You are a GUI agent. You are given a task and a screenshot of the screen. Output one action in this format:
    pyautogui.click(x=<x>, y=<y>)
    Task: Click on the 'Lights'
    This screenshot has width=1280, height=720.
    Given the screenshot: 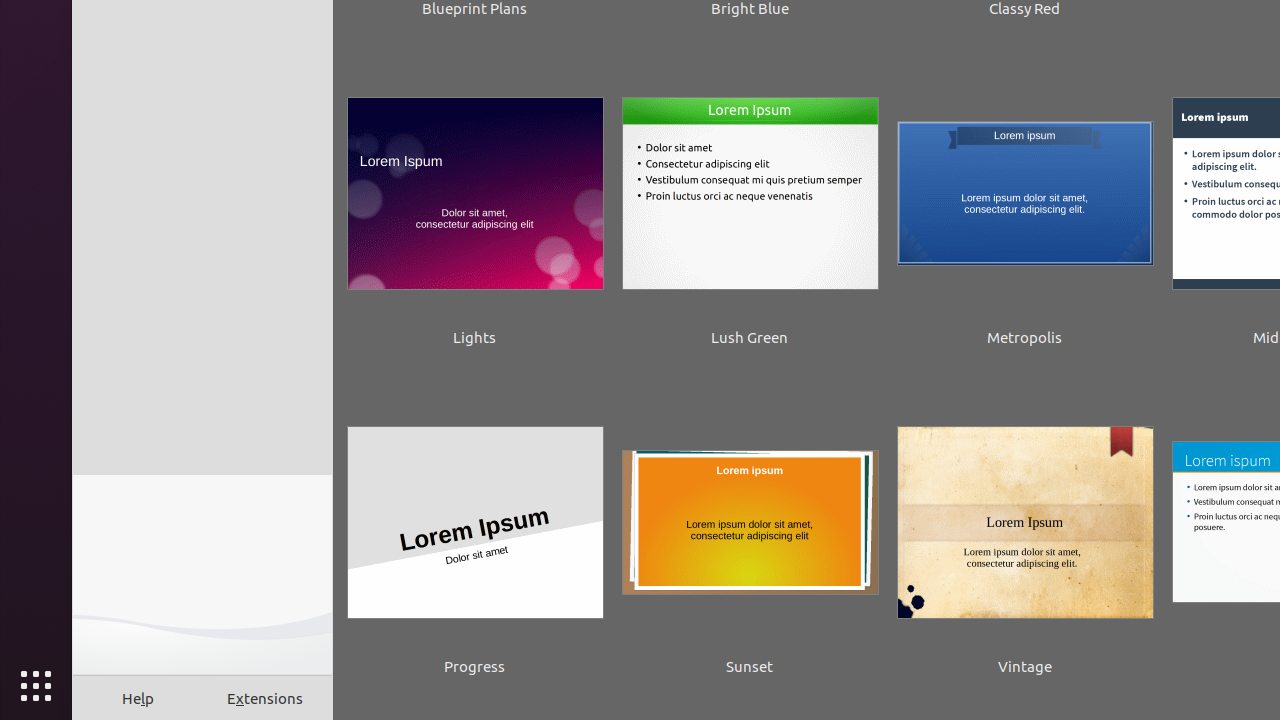 What is the action you would take?
    pyautogui.click(x=474, y=208)
    